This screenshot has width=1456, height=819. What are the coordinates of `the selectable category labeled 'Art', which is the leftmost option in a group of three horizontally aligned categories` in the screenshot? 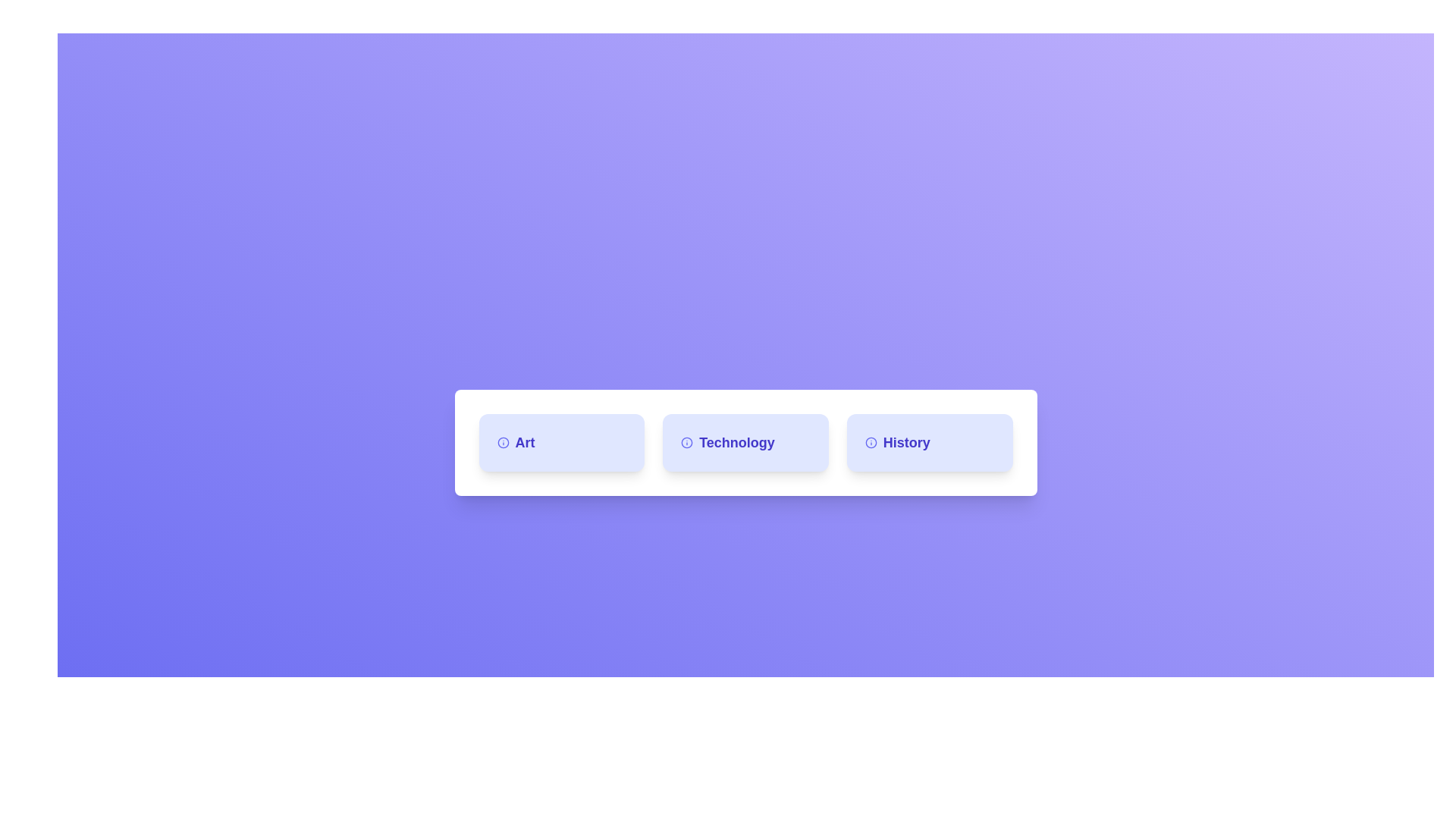 It's located at (560, 442).